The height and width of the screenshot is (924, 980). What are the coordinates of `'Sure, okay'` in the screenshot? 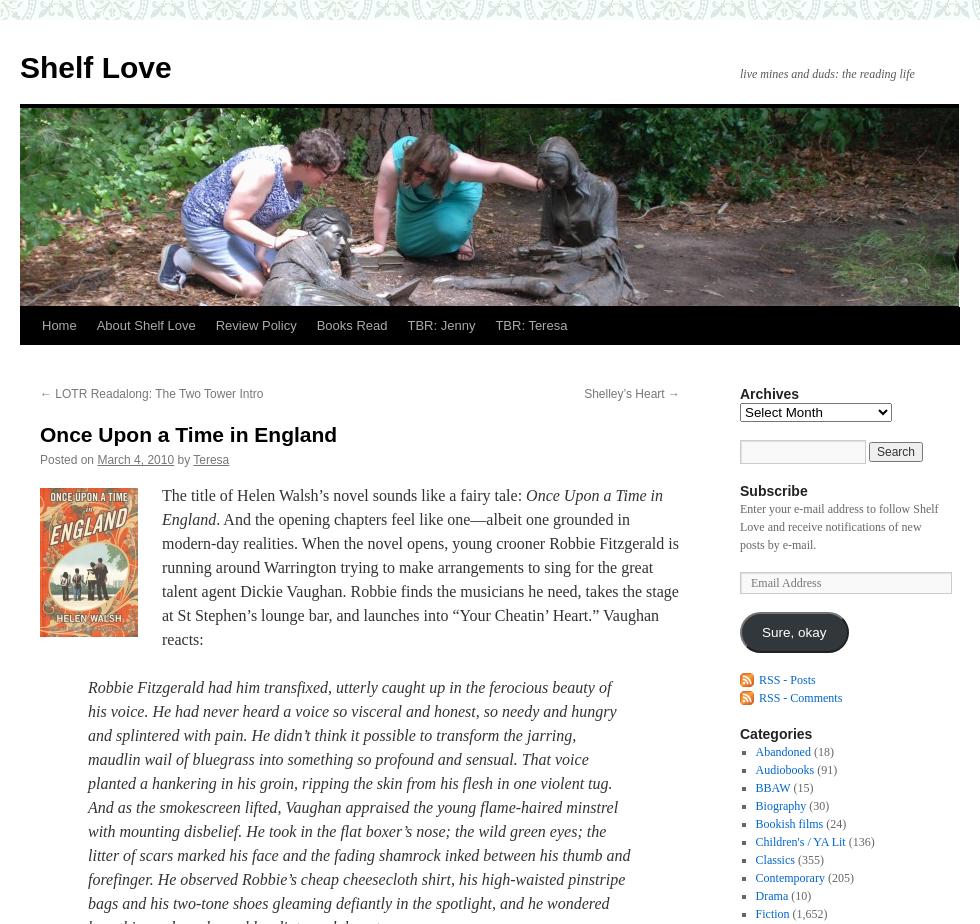 It's located at (793, 632).